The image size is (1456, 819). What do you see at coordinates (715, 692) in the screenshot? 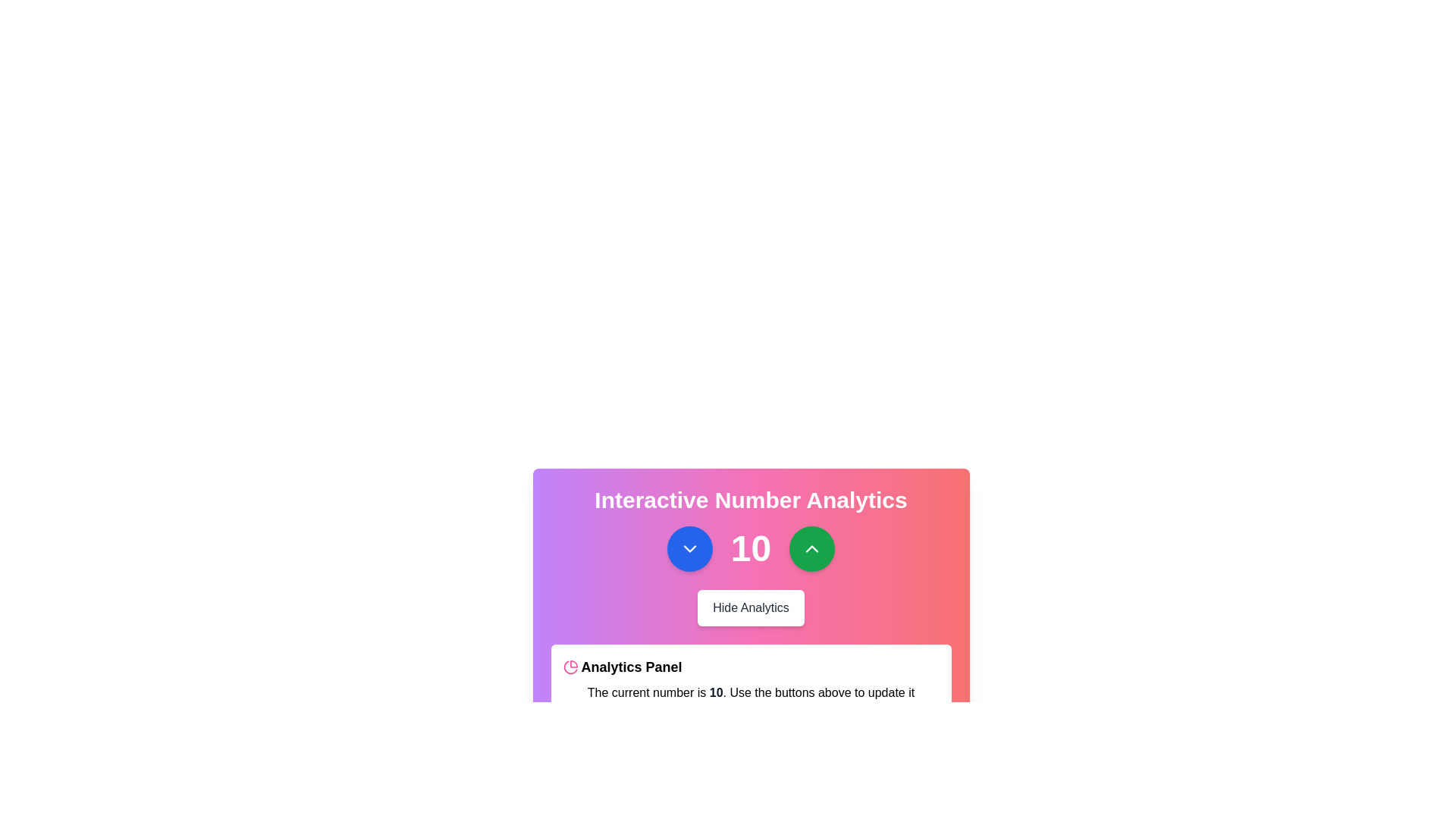
I see `the static text label displaying the current numeric value, which is centrally located within a gradient-colored card interface, surrounded by interactive buttons` at bounding box center [715, 692].